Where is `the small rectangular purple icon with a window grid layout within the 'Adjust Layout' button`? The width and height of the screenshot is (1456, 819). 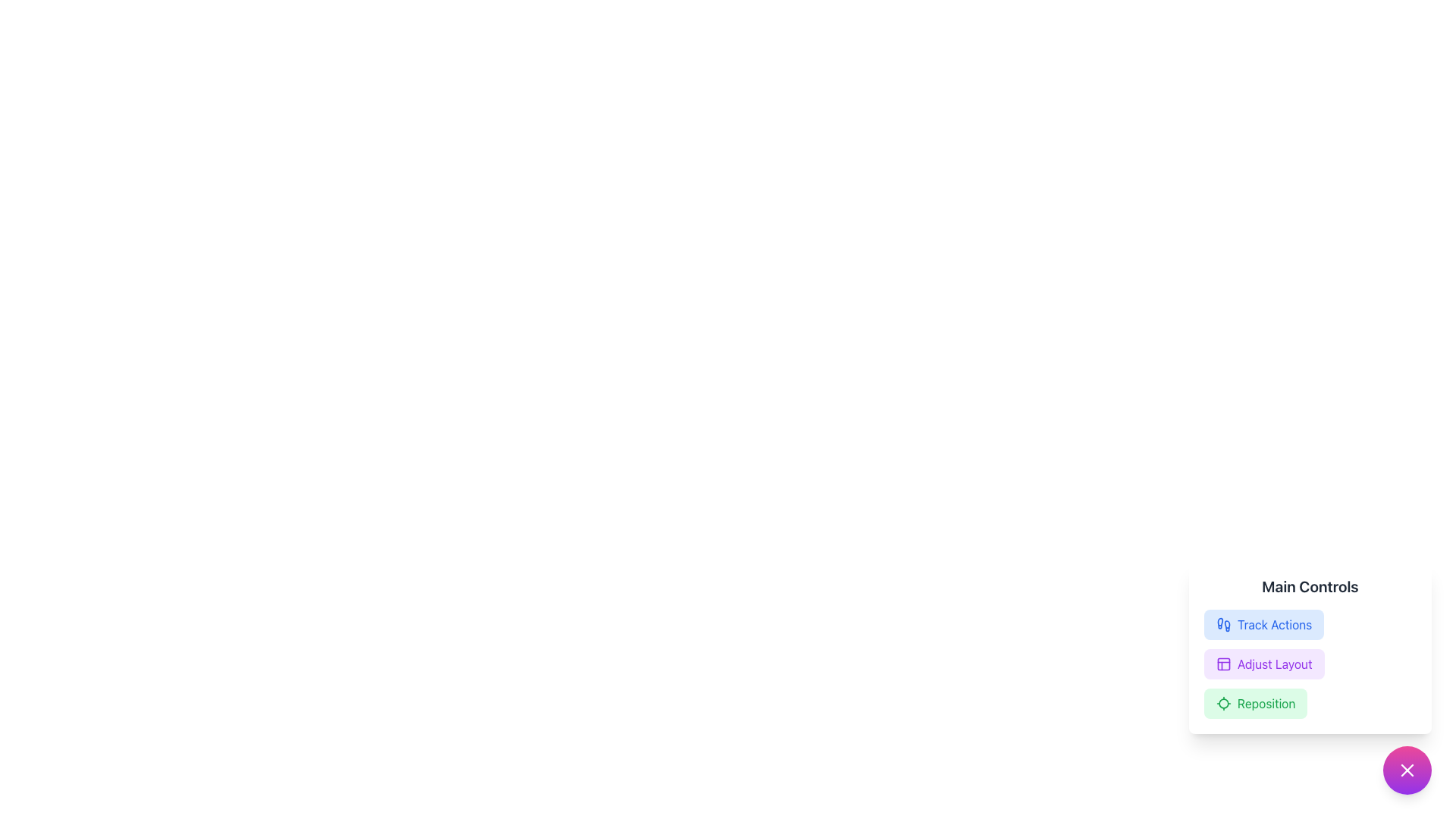 the small rectangular purple icon with a window grid layout within the 'Adjust Layout' button is located at coordinates (1223, 663).